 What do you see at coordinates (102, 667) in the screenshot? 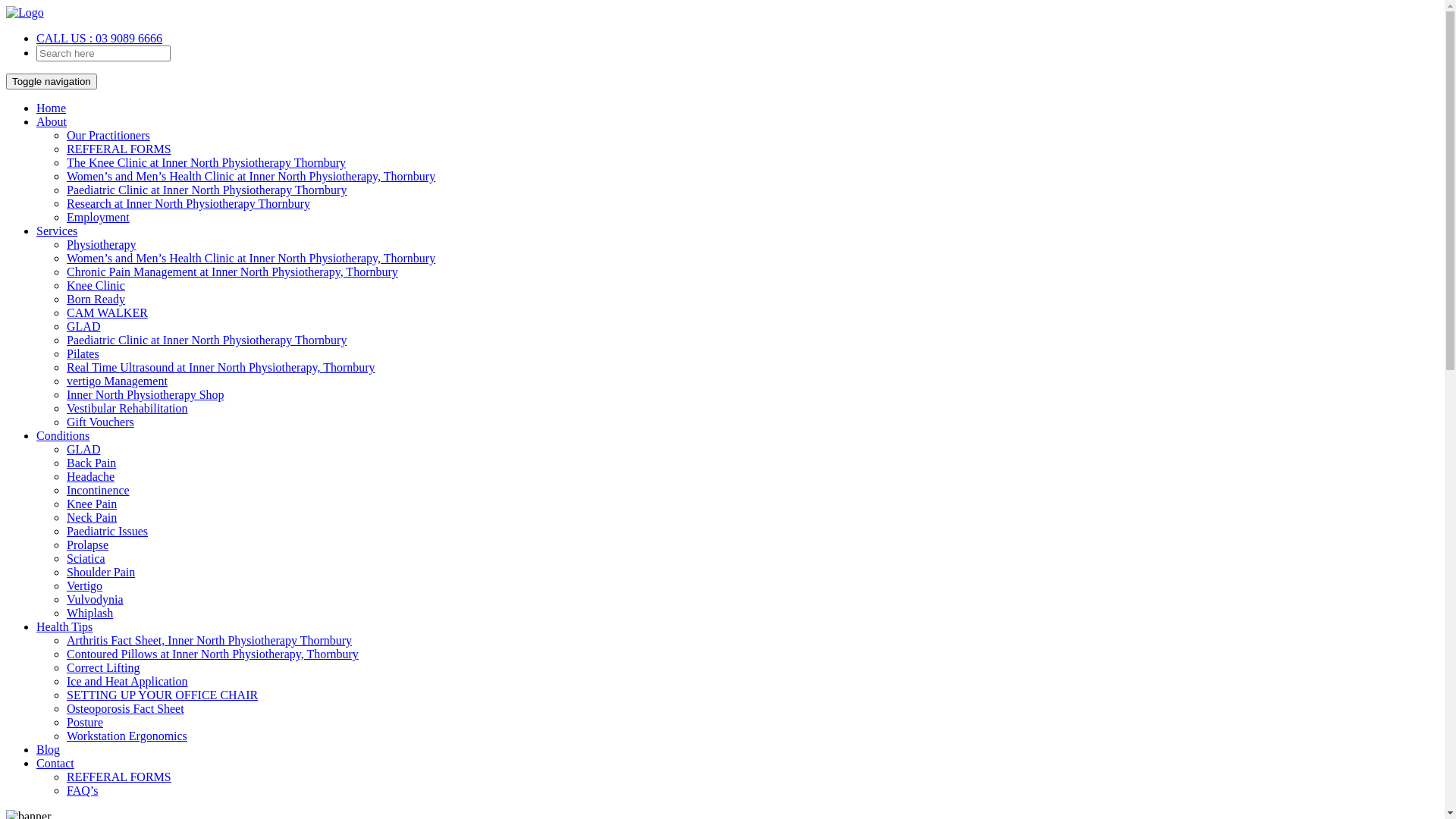
I see `'Correct Lifting'` at bounding box center [102, 667].